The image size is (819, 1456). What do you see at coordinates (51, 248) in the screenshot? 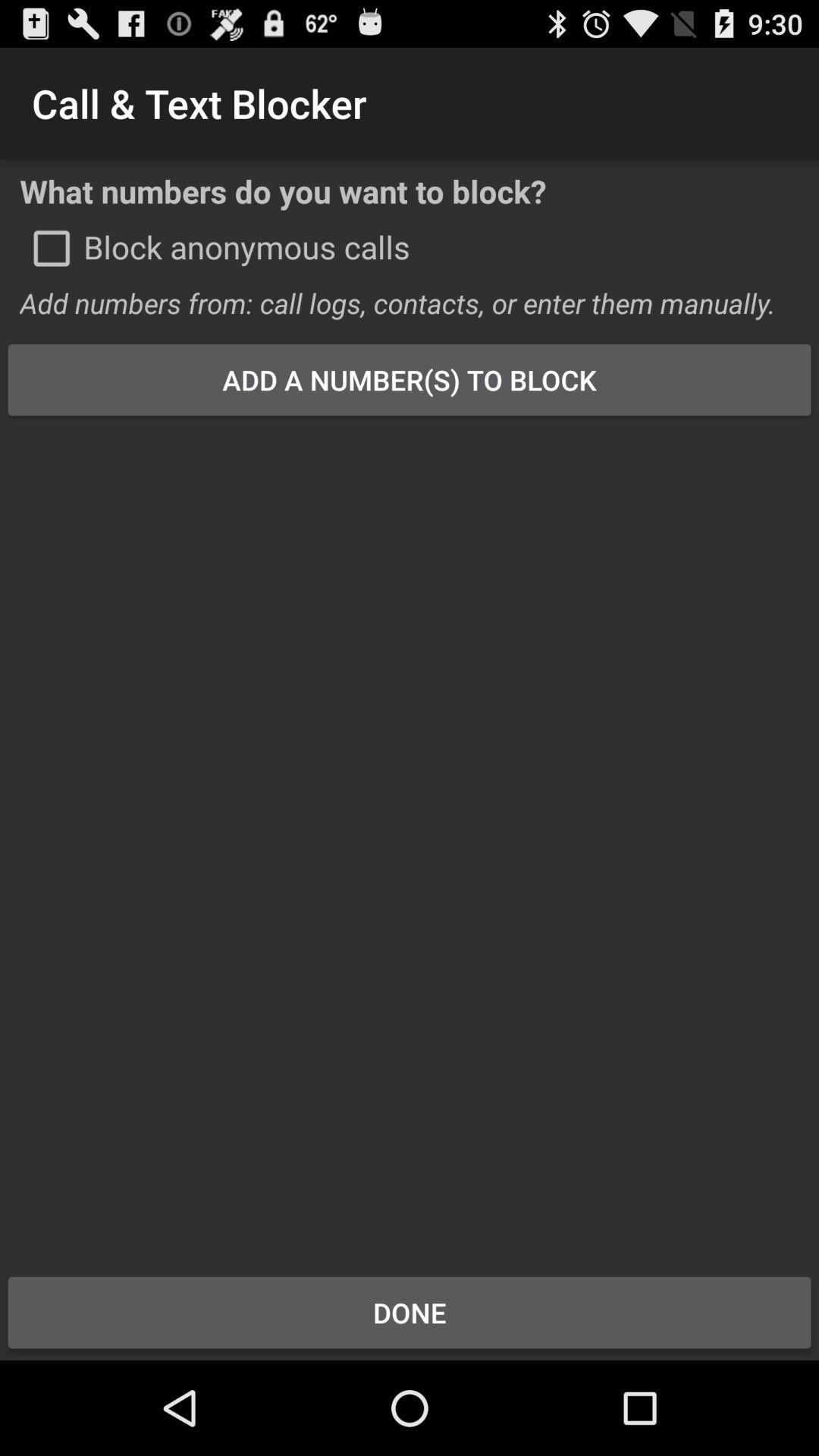
I see `the app to the left of block anonymous calls item` at bounding box center [51, 248].